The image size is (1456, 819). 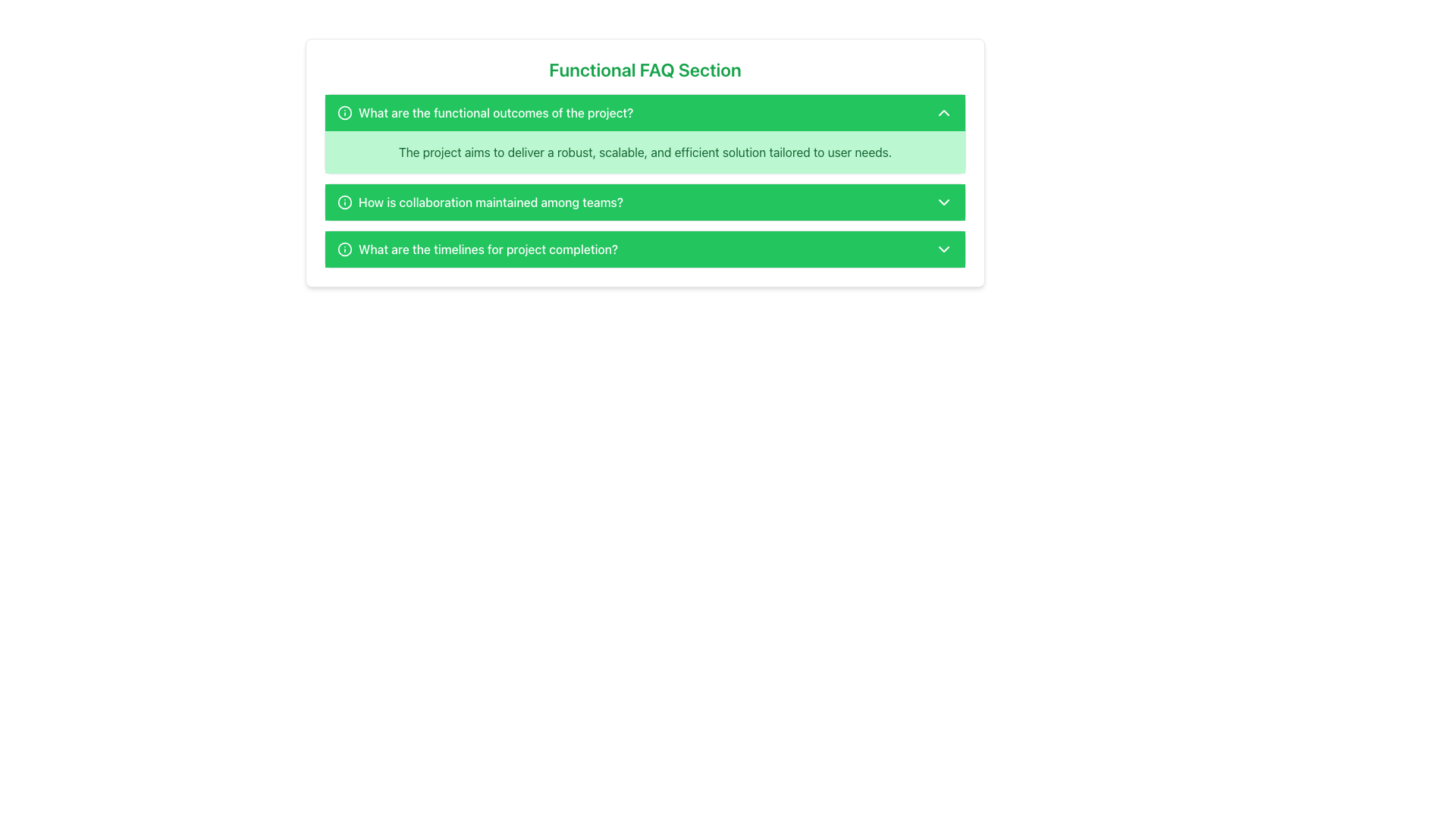 I want to click on the Chevron-Down icon located on the rightmost side of the green header bar, so click(x=943, y=201).